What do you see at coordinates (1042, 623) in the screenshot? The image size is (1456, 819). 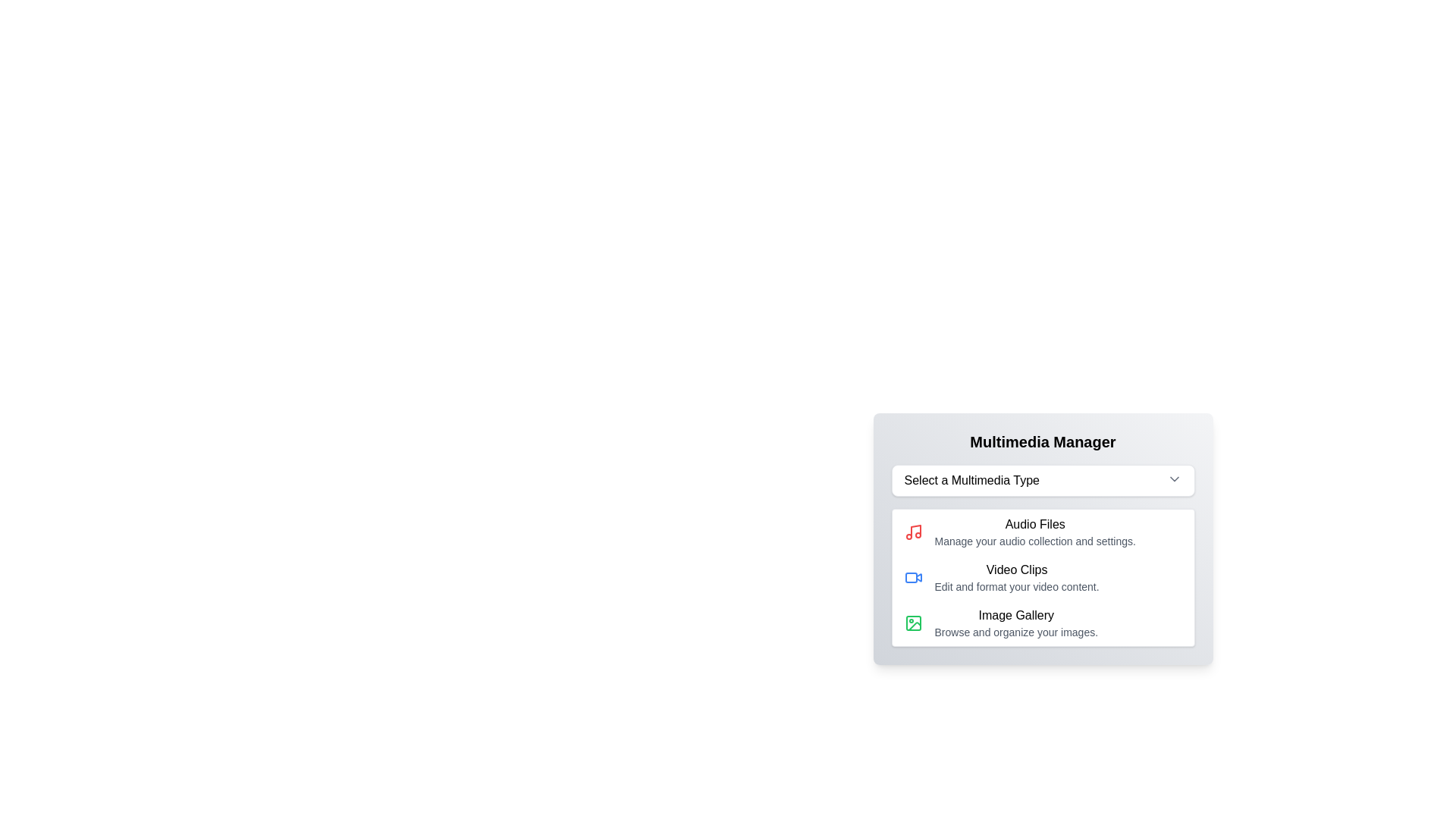 I see `the 'Image Gallery' button located within the 'Multimedia Manager' panel` at bounding box center [1042, 623].